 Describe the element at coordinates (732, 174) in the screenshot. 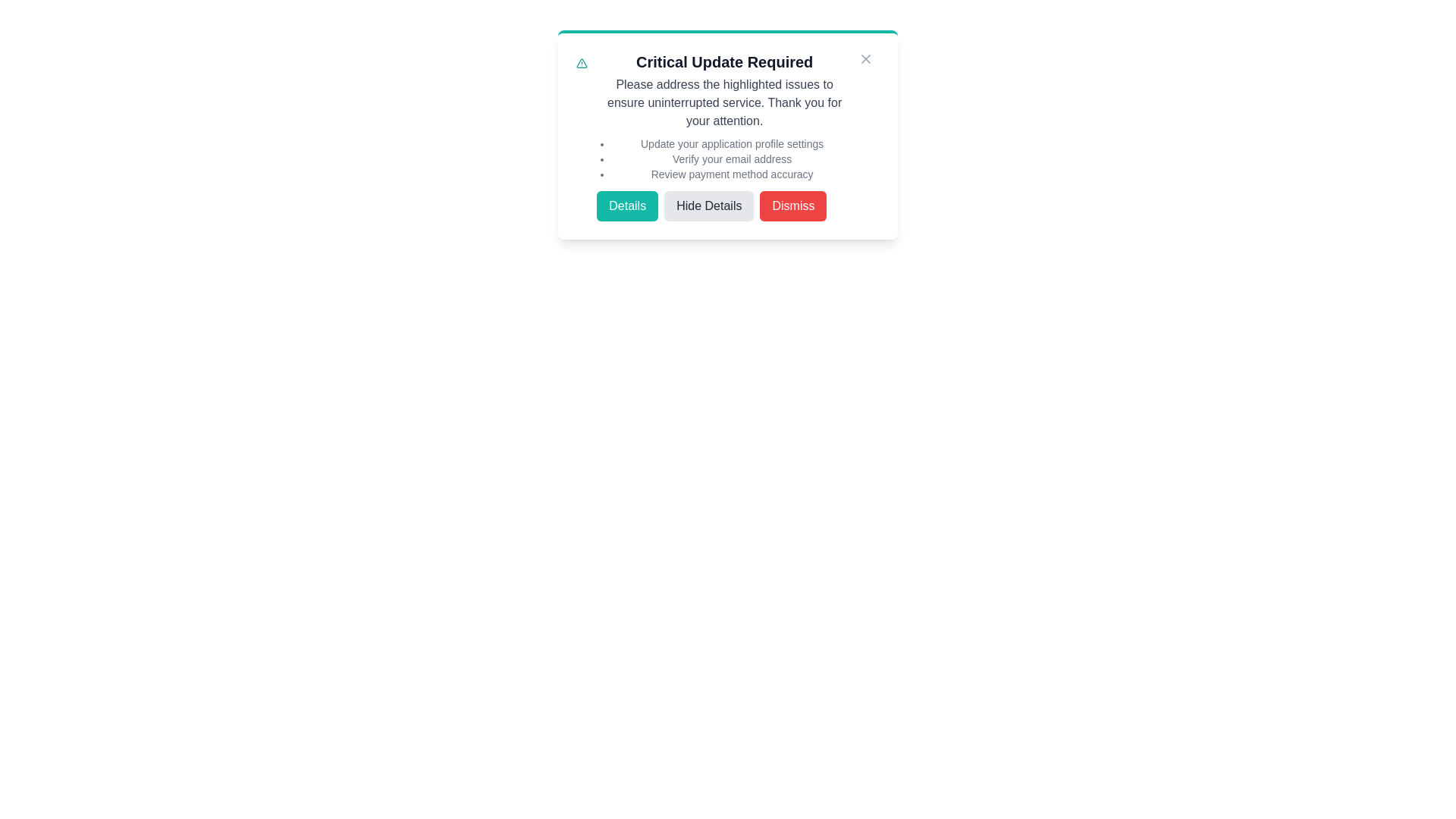

I see `the text label that instructs users to review payment method accuracy, which is the third item in the task list of the pop-up card` at that location.